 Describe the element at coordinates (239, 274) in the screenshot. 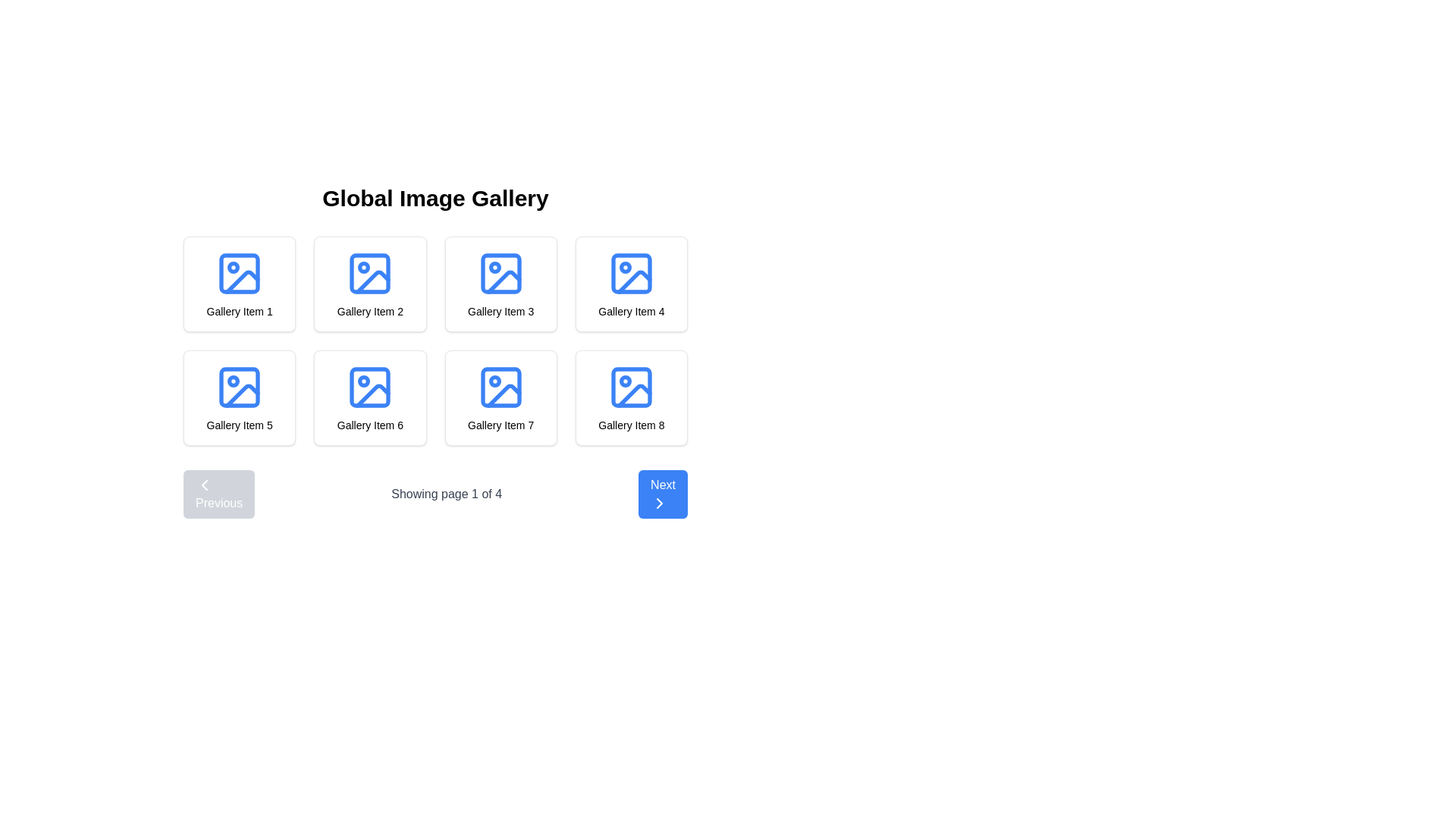

I see `the Gallery Item 1 icon, which is a rounded rectangle with a blue outline and resembles a picture frame with a smaller circle inside` at that location.